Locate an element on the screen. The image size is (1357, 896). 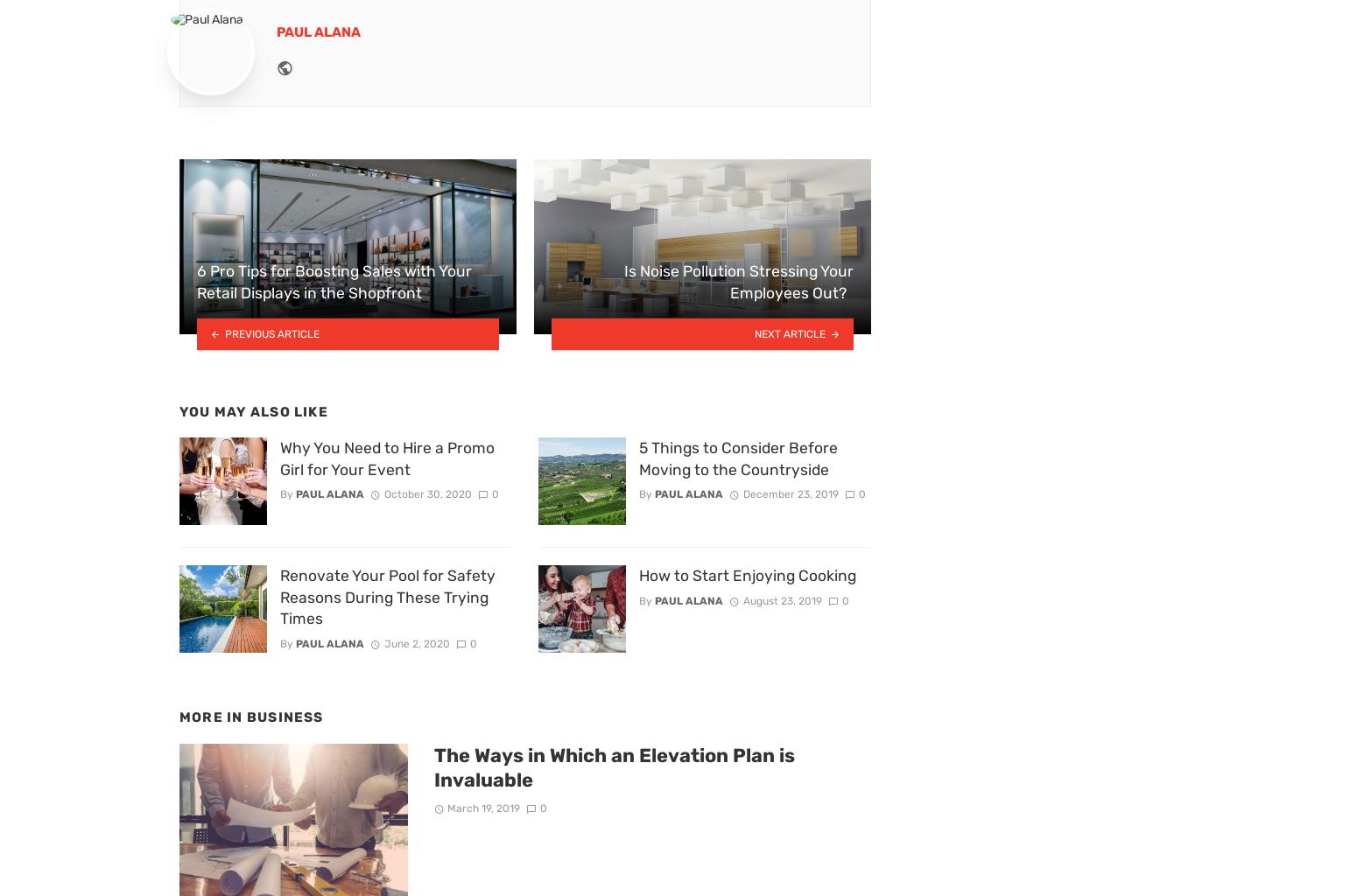
'March 19, 2019' is located at coordinates (483, 807).